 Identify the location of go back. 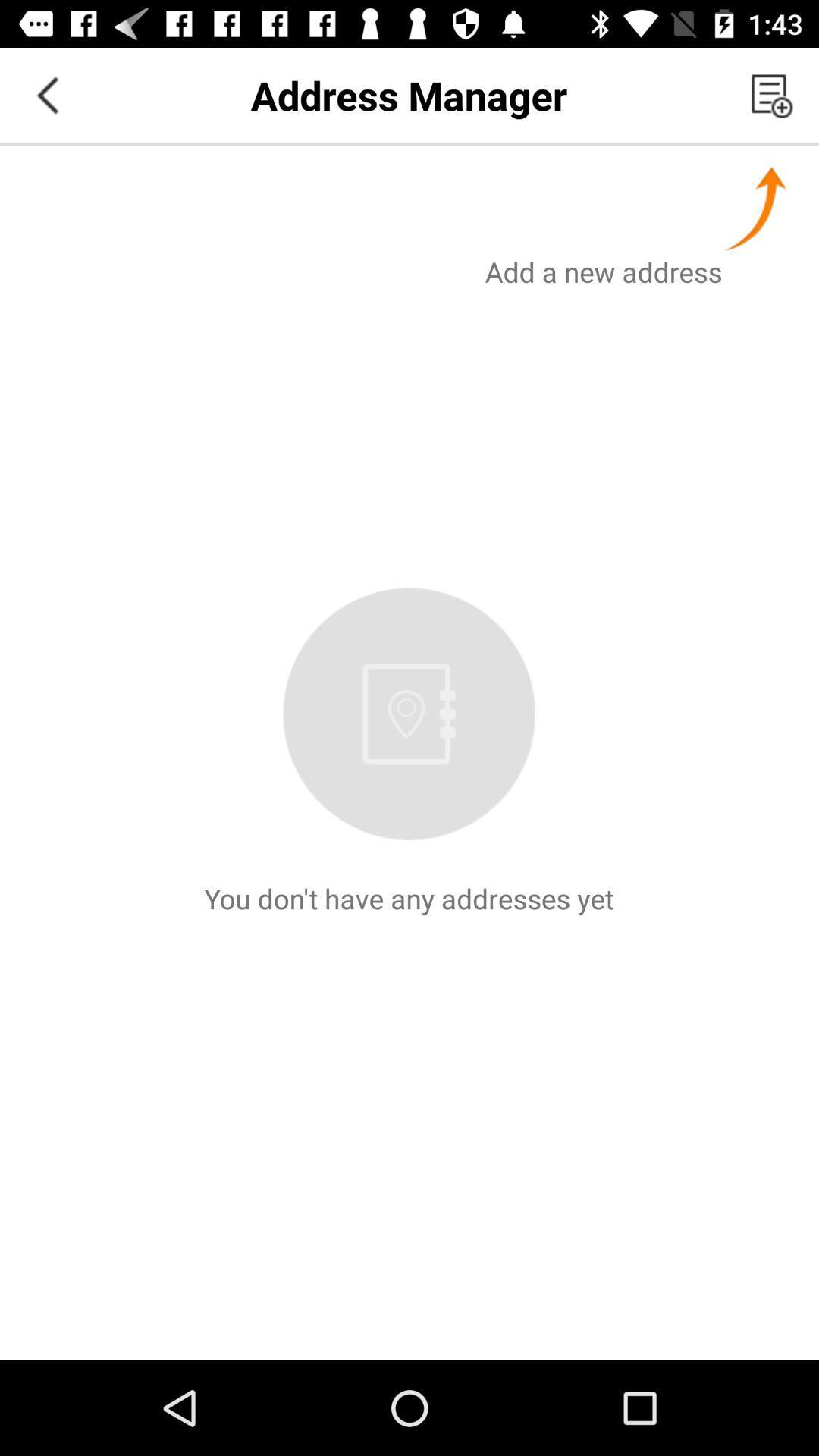
(46, 94).